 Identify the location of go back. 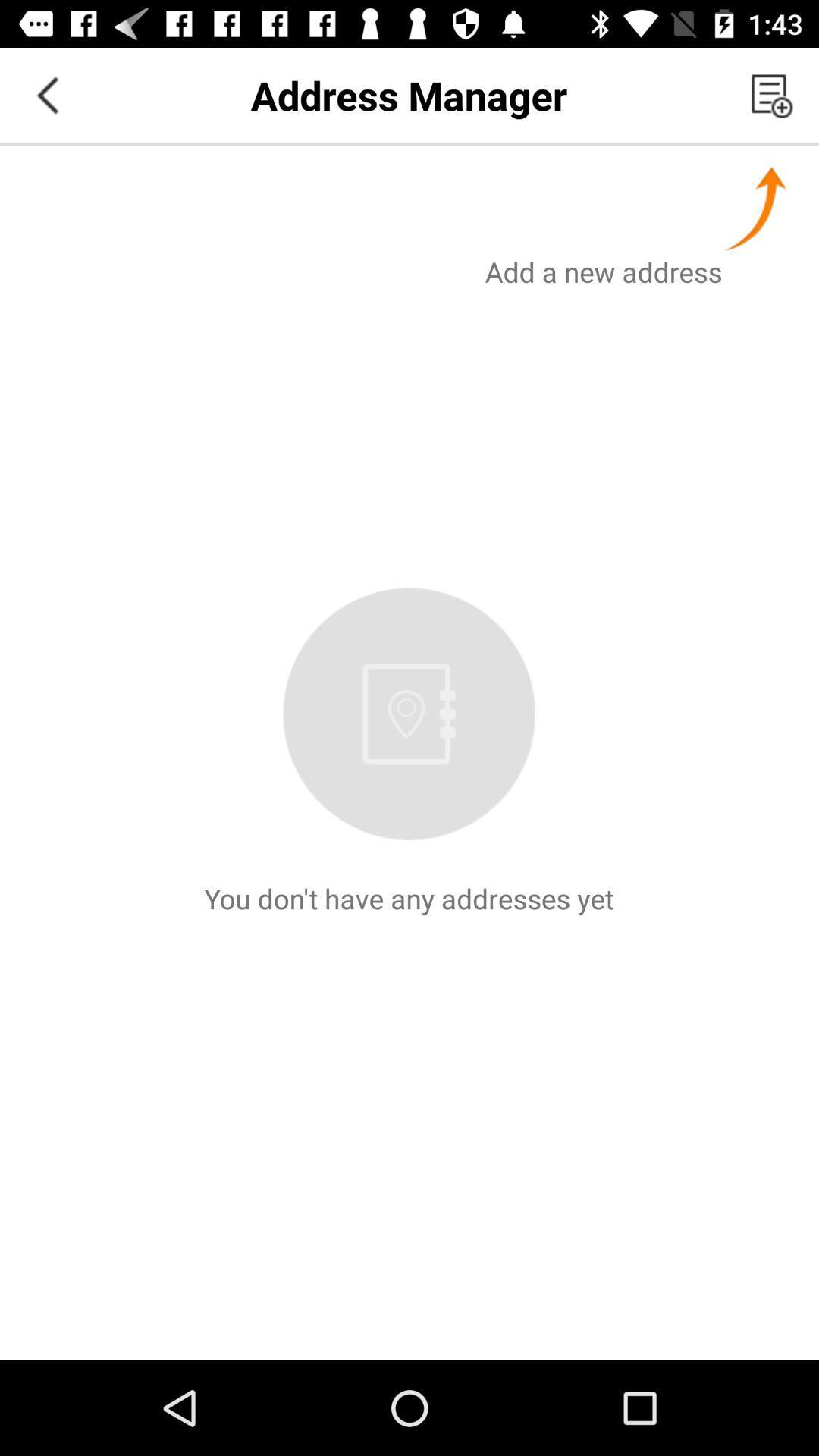
(46, 94).